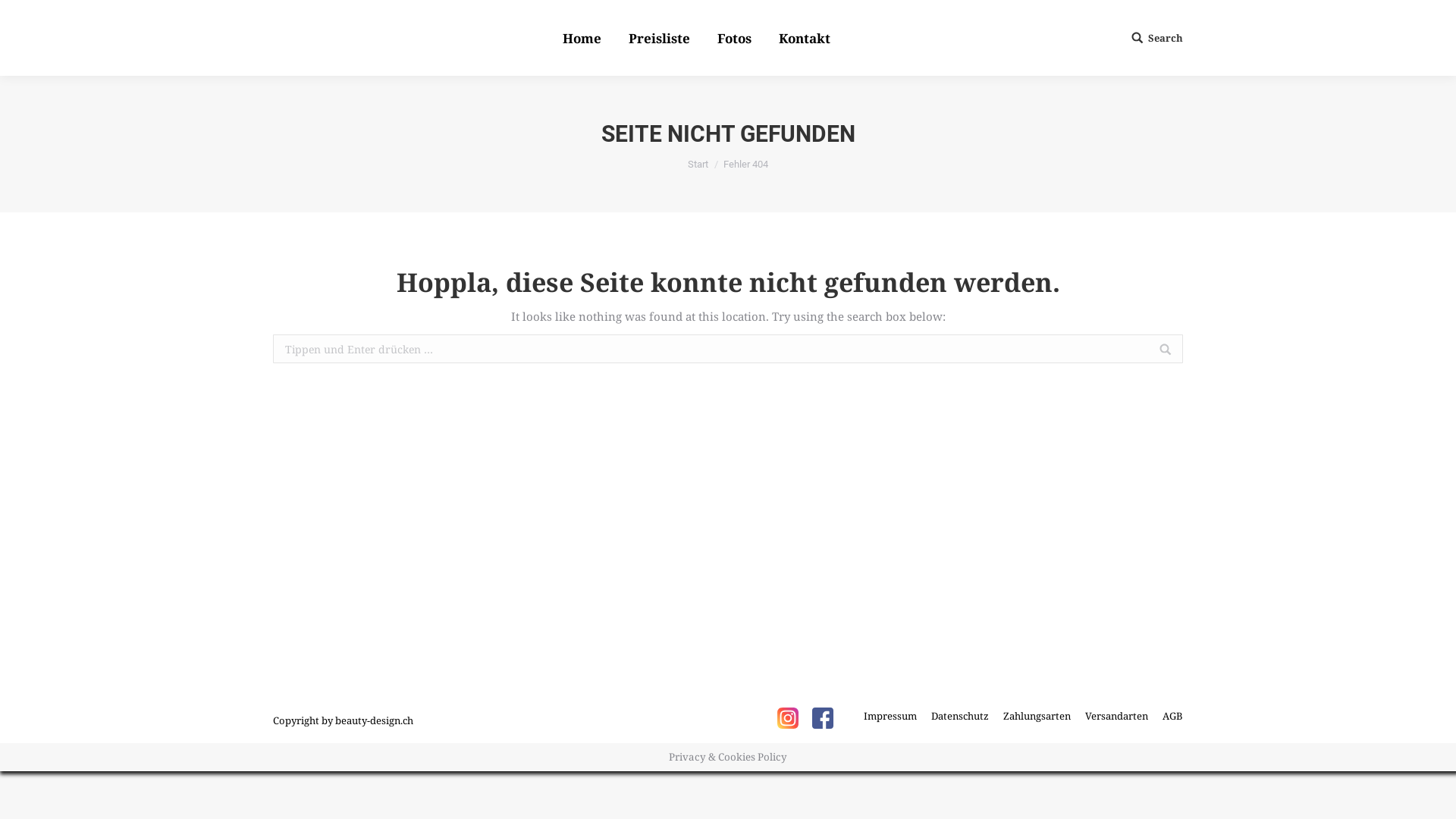  Describe the element at coordinates (559, 37) in the screenshot. I see `'Home'` at that location.